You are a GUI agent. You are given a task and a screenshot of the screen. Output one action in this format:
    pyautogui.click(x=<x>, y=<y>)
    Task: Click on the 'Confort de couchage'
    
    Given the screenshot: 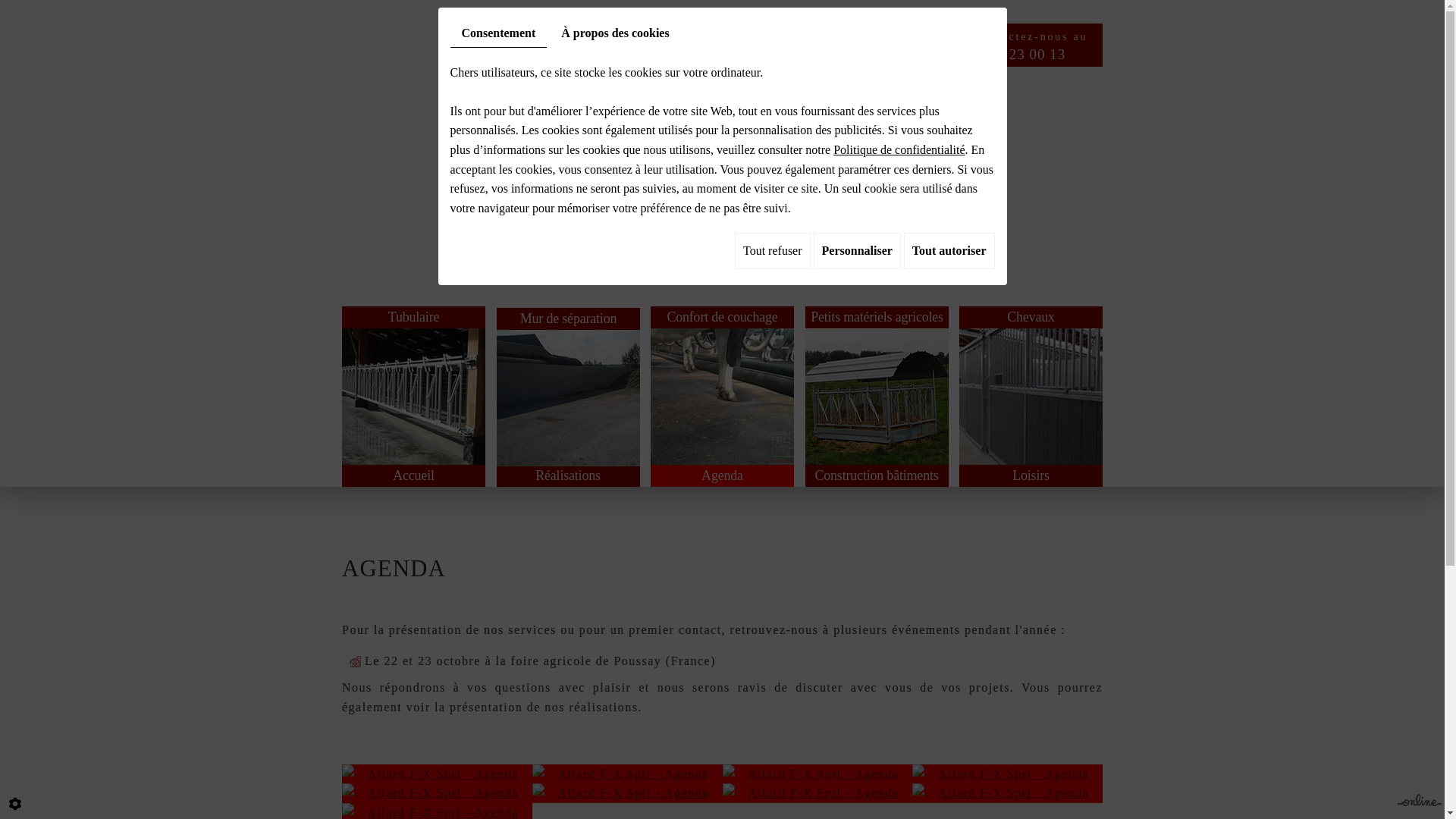 What is the action you would take?
    pyautogui.click(x=721, y=384)
    